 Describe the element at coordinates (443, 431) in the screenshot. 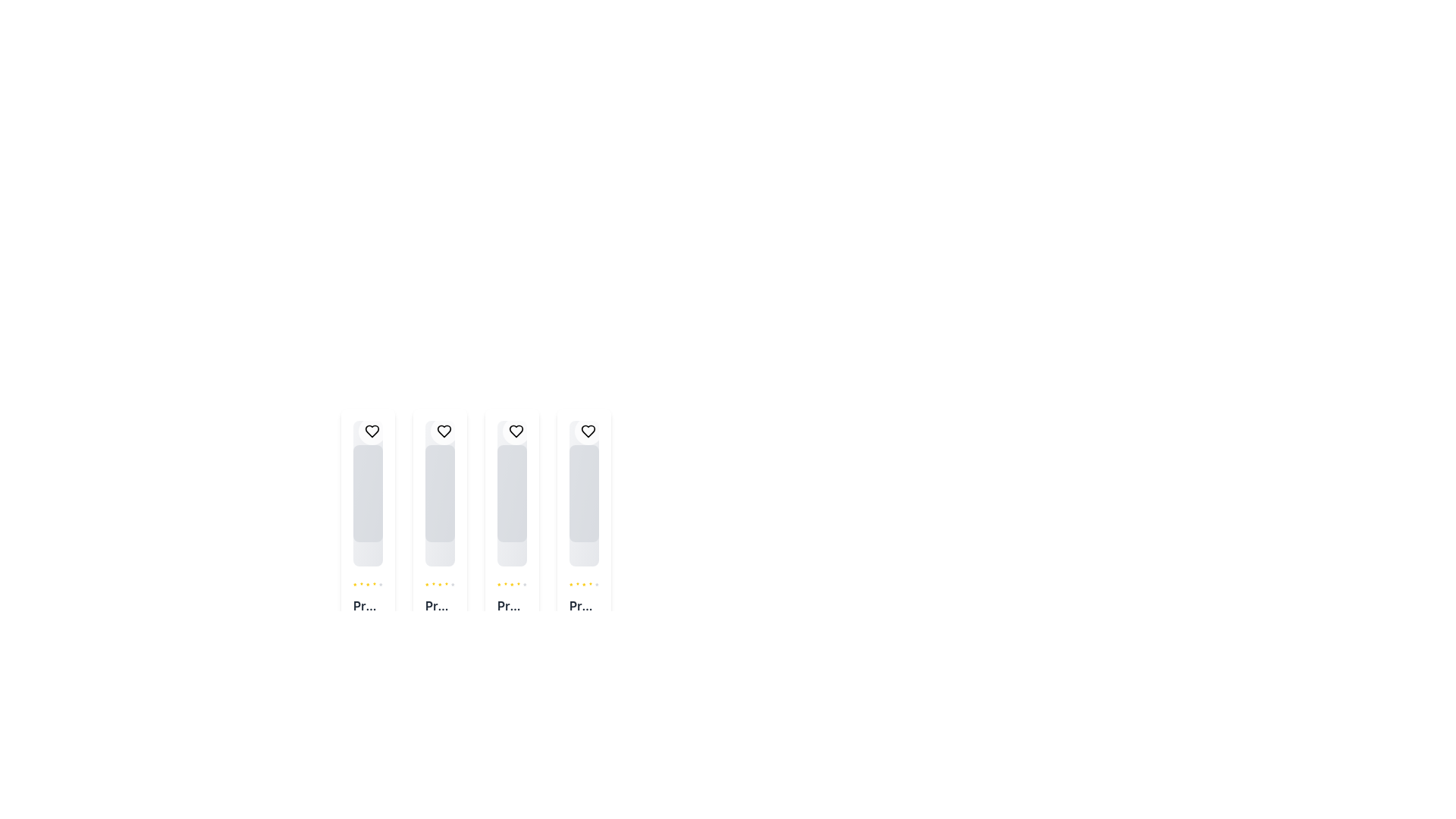

I see `the icon button located above the product representation in the second column of the grid` at that location.